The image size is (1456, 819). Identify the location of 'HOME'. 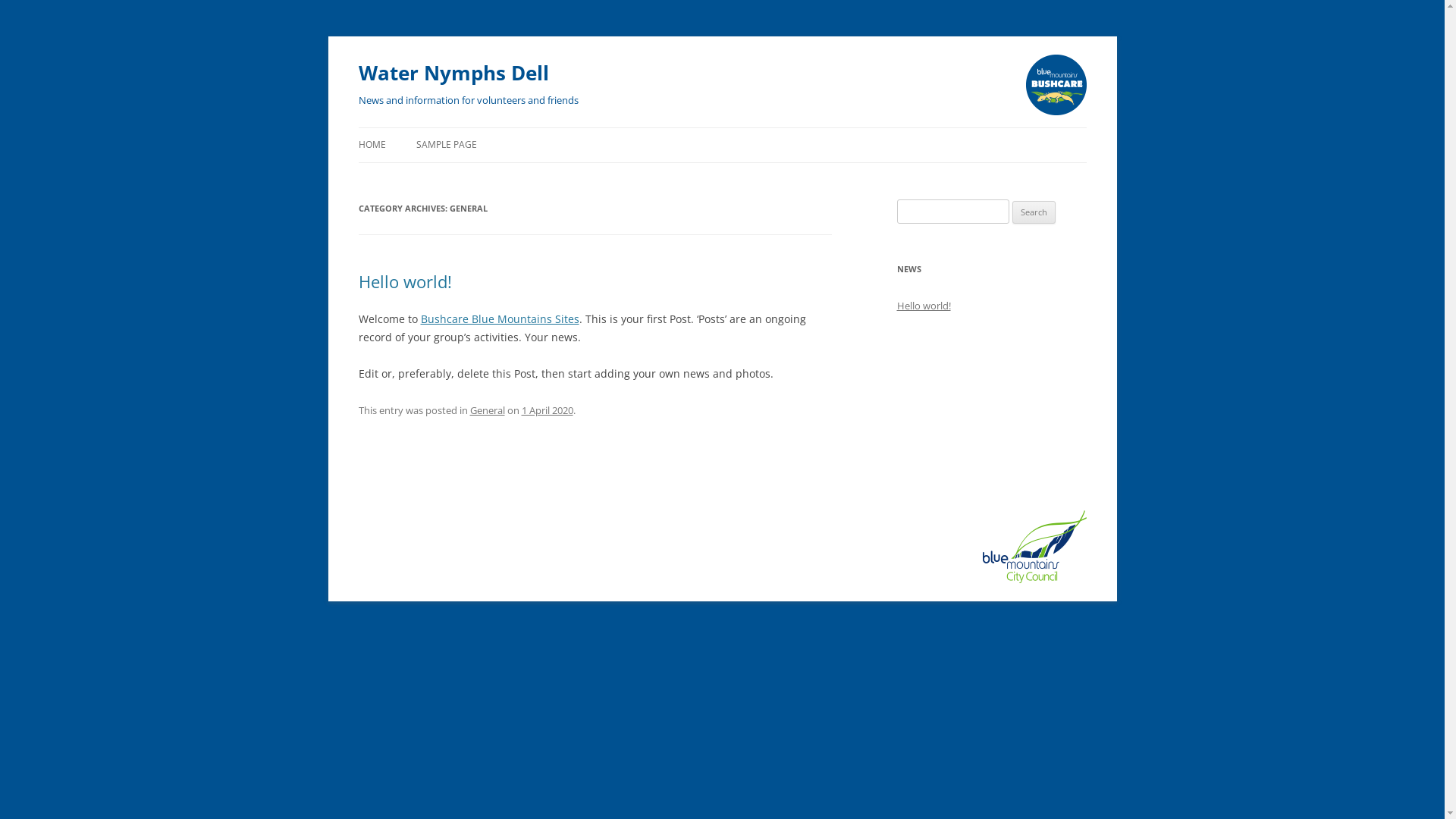
(371, 145).